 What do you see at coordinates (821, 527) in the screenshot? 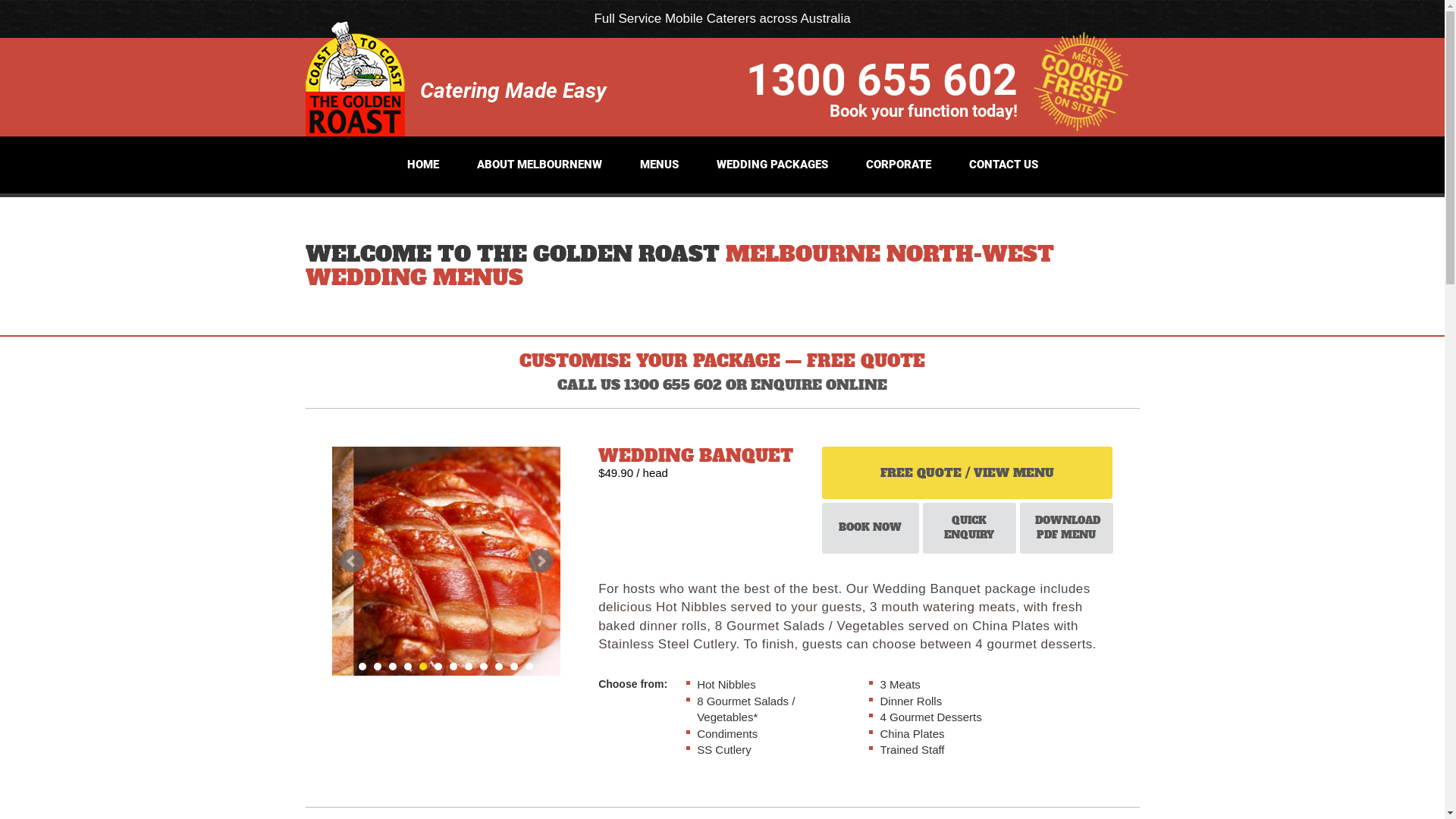
I see `'BOOK NOW'` at bounding box center [821, 527].